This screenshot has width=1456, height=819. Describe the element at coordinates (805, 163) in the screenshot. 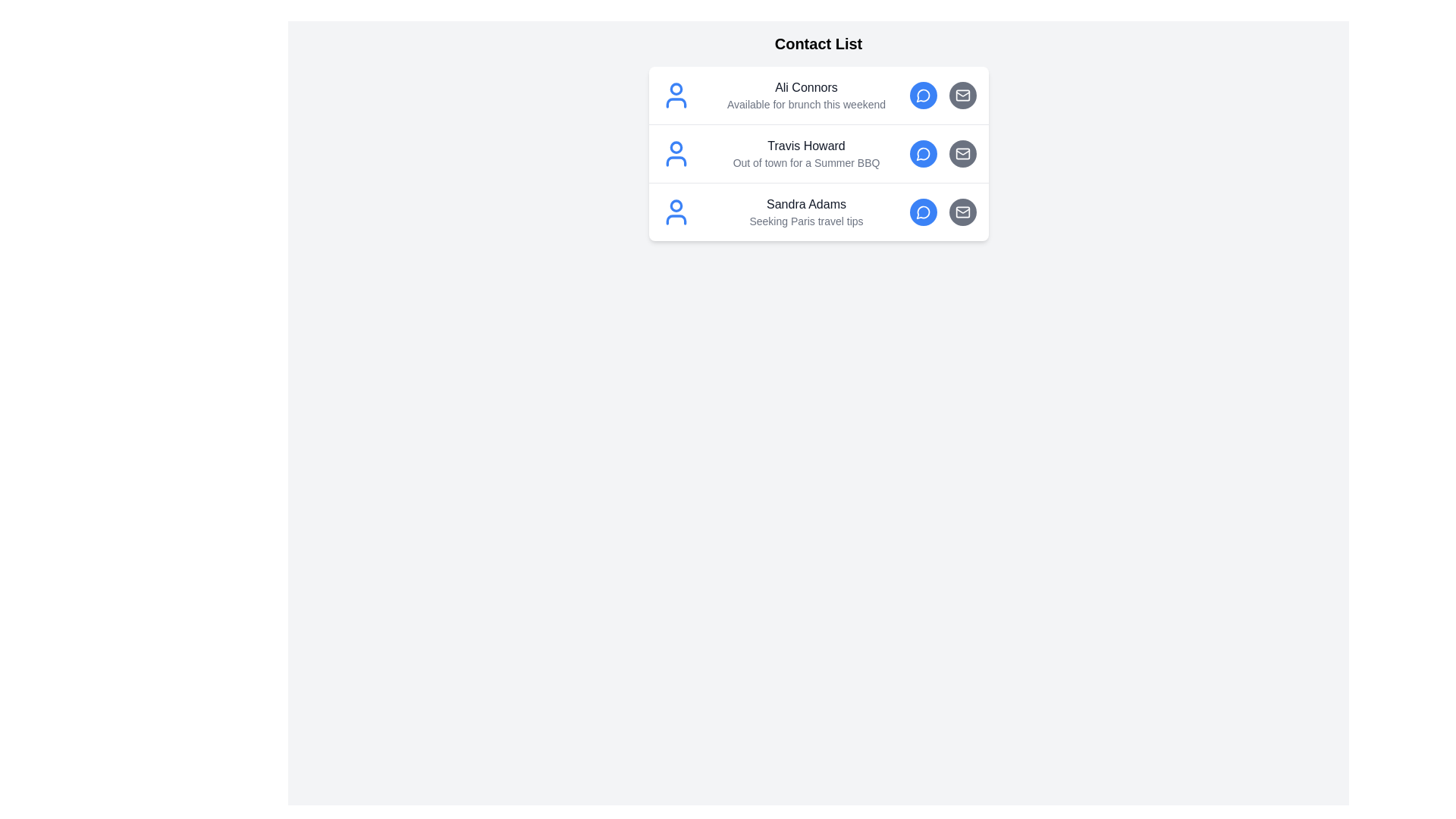

I see `the subtitle text element providing additional context about 'Travis Howard', which is the second item's subtitle in the contact list` at that location.